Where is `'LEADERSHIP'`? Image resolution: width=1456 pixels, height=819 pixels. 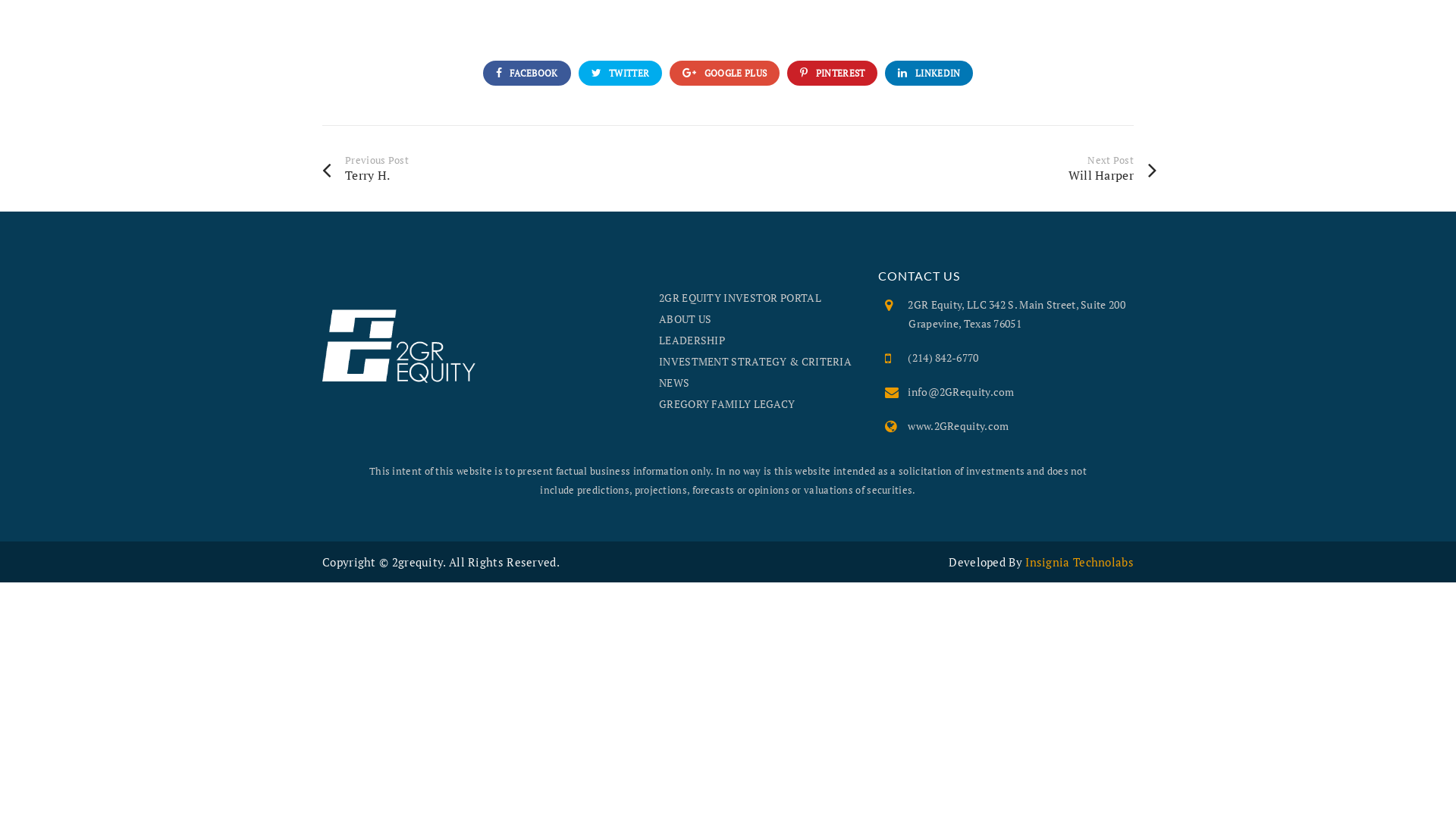 'LEADERSHIP' is located at coordinates (691, 339).